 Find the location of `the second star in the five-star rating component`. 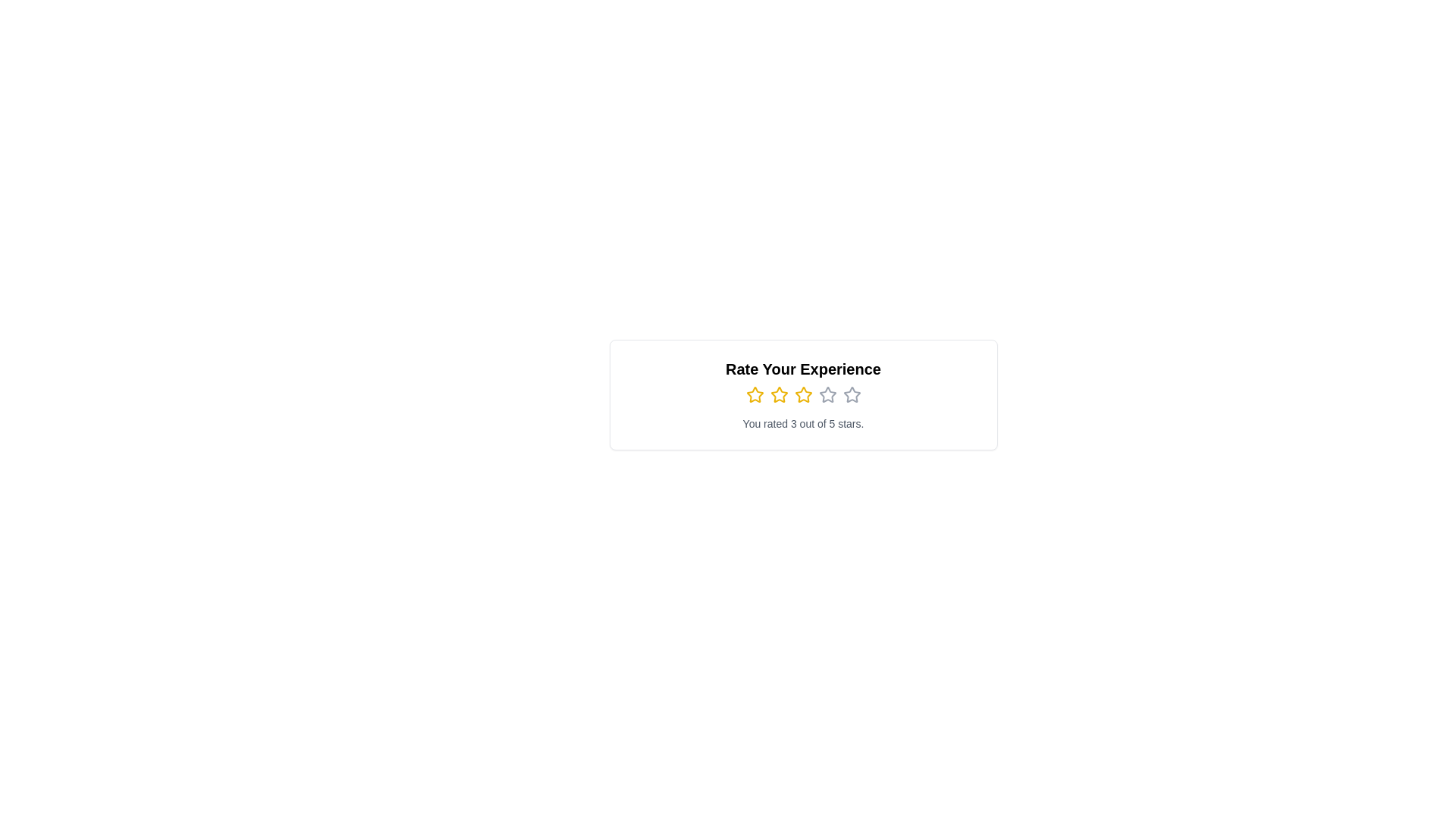

the second star in the five-star rating component is located at coordinates (779, 394).